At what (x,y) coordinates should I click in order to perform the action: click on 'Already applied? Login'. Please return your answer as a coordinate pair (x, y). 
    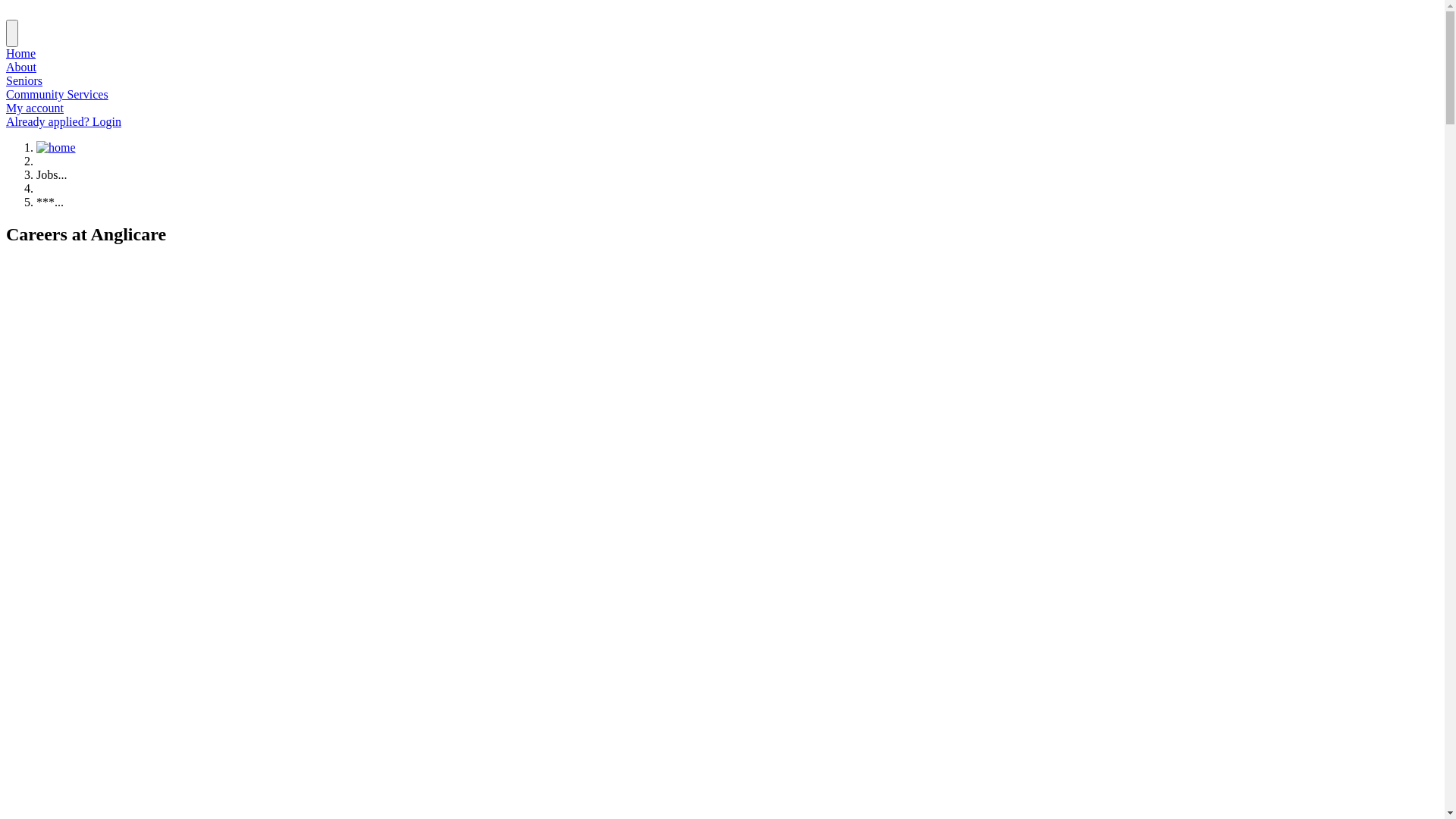
    Looking at the image, I should click on (62, 121).